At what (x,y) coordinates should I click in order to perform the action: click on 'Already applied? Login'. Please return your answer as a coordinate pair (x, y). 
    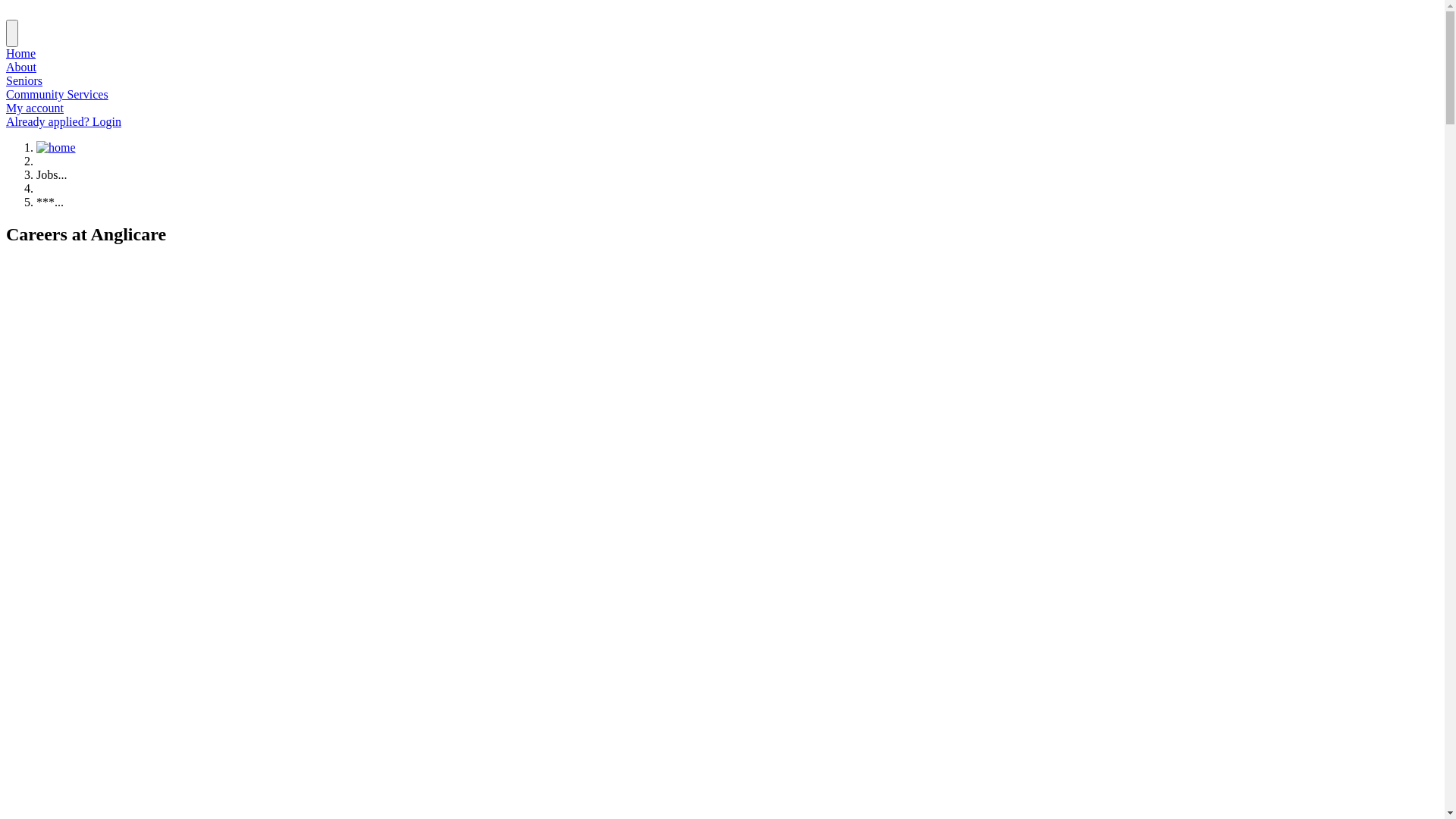
    Looking at the image, I should click on (62, 121).